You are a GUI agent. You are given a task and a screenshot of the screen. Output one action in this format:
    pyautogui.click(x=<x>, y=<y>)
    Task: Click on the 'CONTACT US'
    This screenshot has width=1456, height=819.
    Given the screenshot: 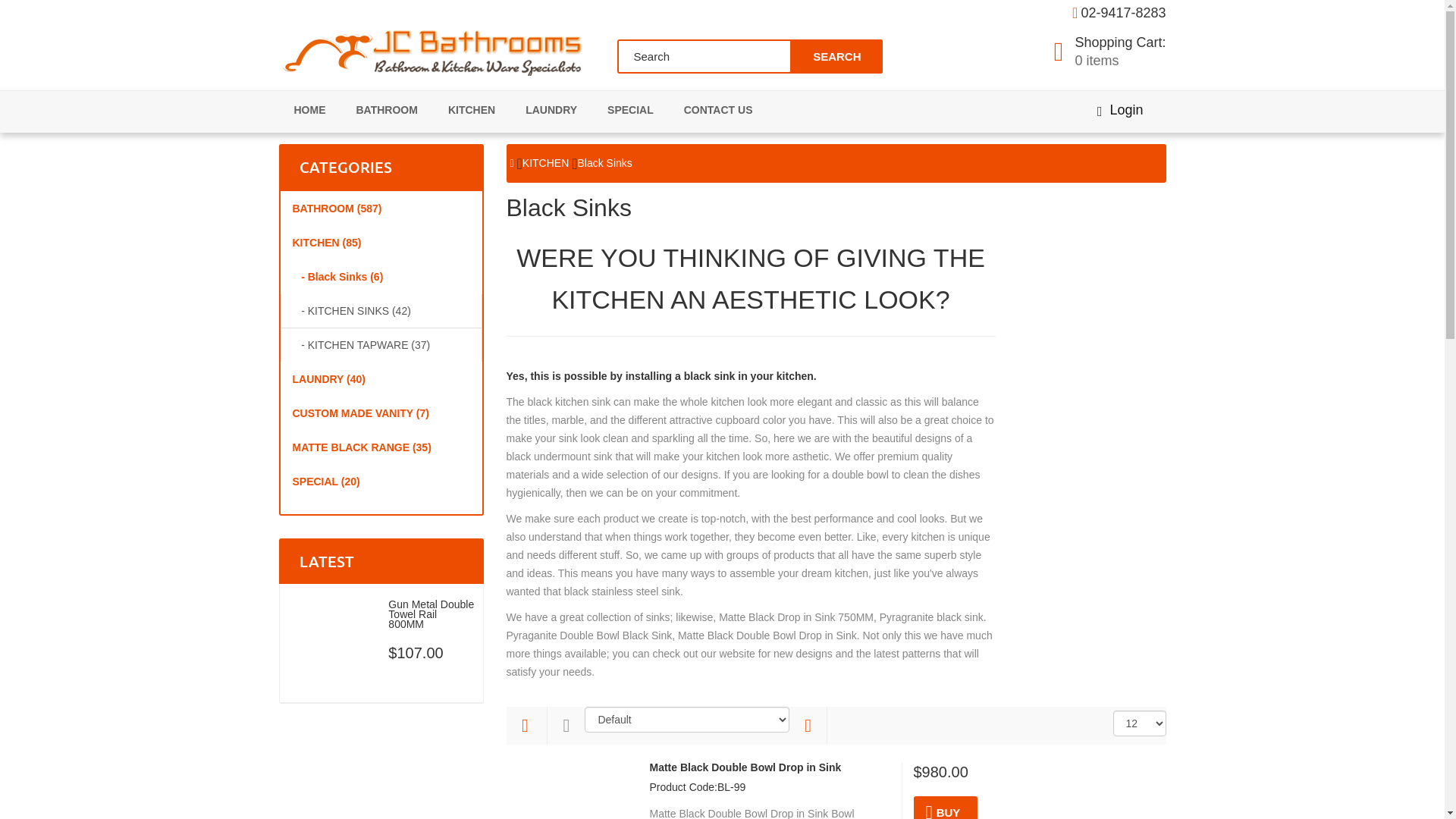 What is the action you would take?
    pyautogui.click(x=717, y=109)
    